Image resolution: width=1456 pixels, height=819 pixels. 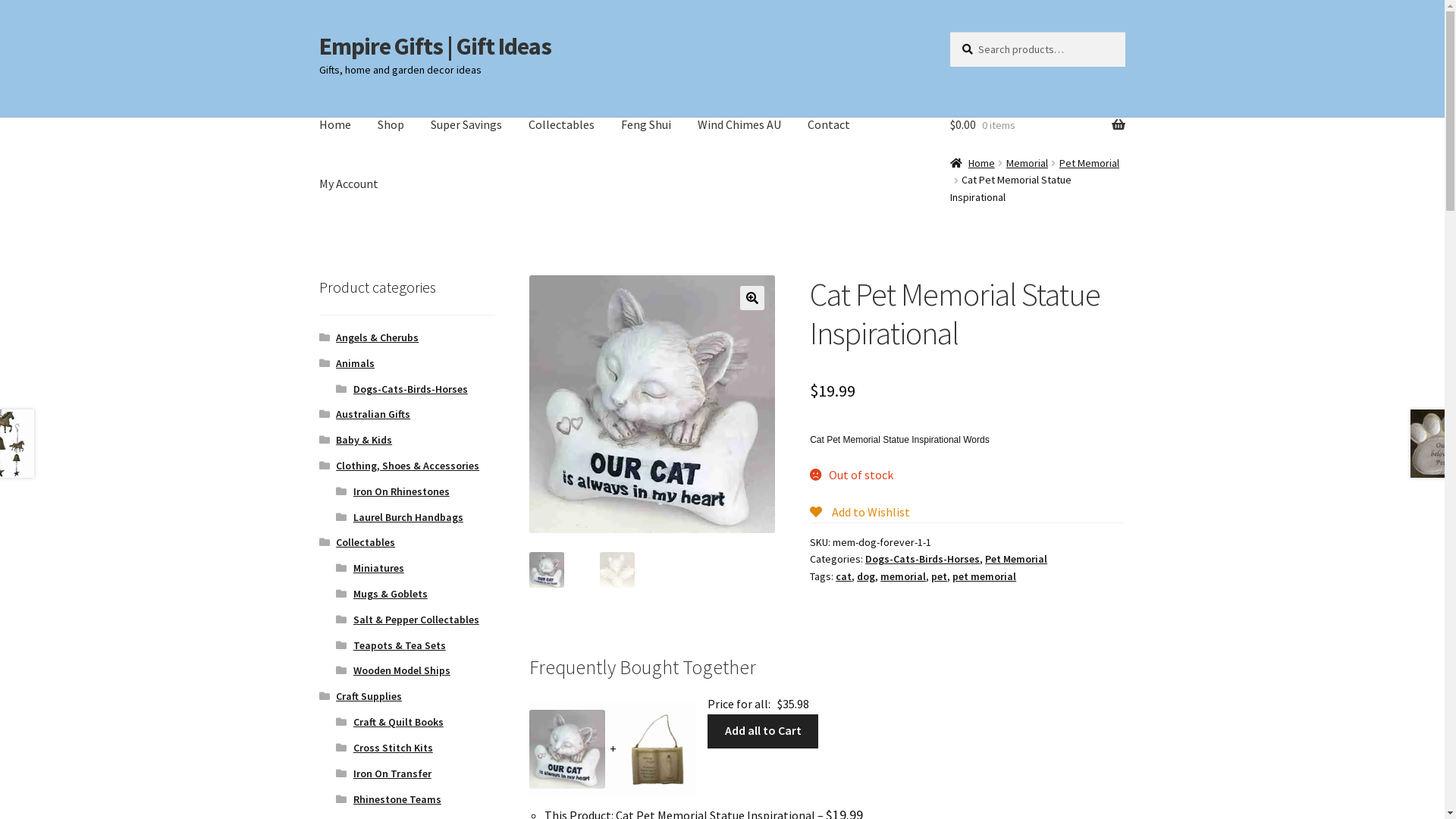 I want to click on 'Wooden Model Ships', so click(x=352, y=669).